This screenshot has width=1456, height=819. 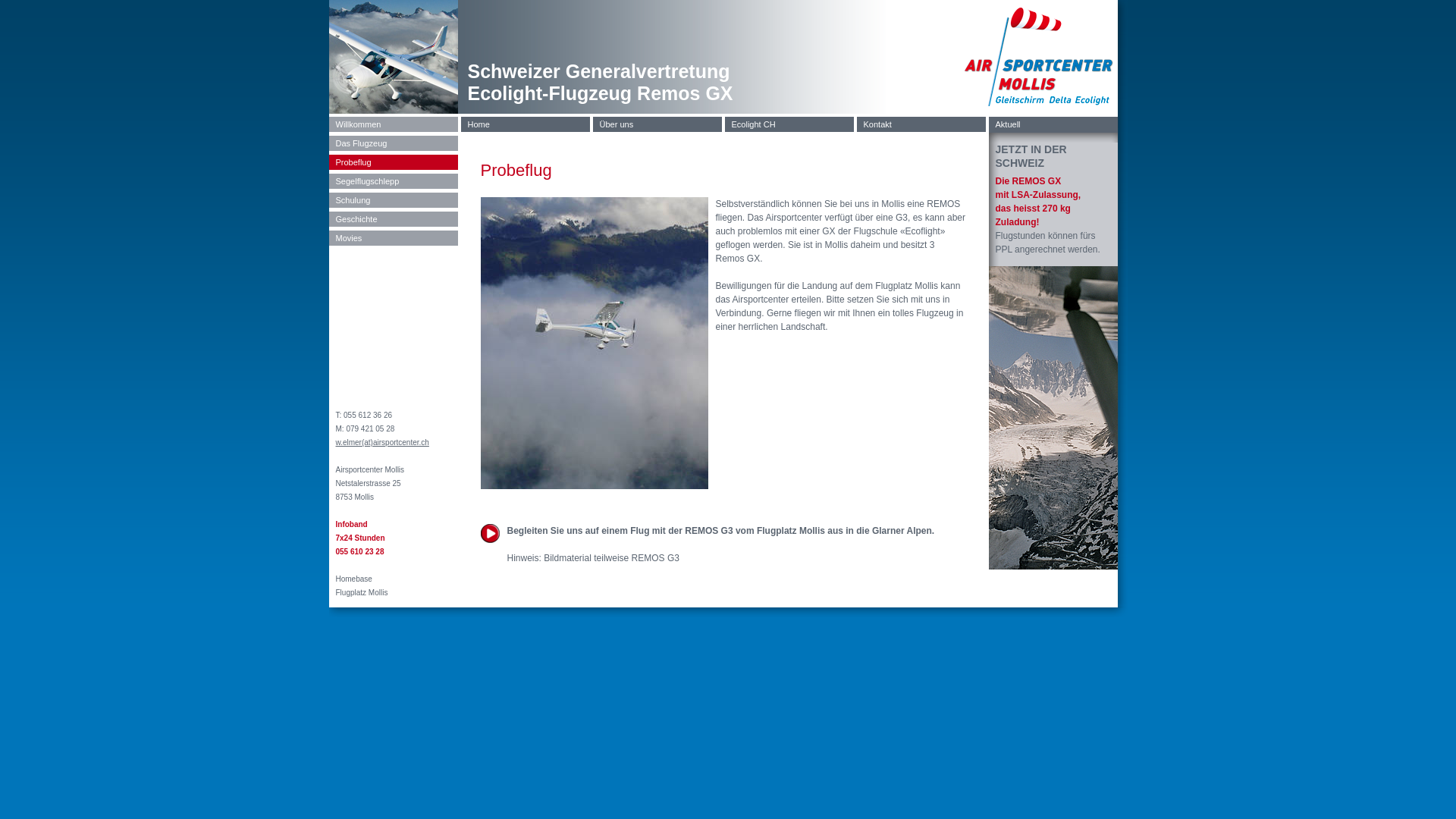 What do you see at coordinates (328, 124) in the screenshot?
I see `'Willkommen'` at bounding box center [328, 124].